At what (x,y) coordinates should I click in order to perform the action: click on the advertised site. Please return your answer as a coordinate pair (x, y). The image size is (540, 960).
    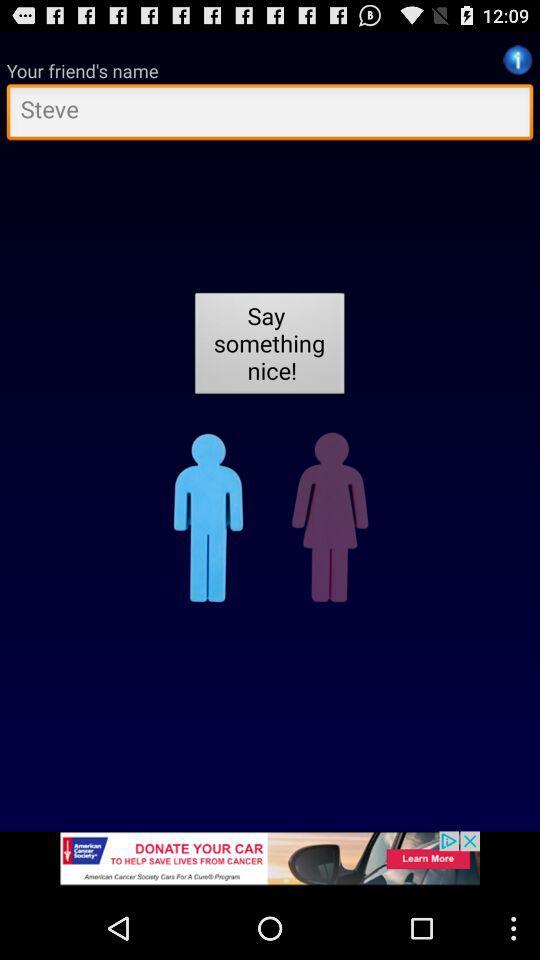
    Looking at the image, I should click on (270, 863).